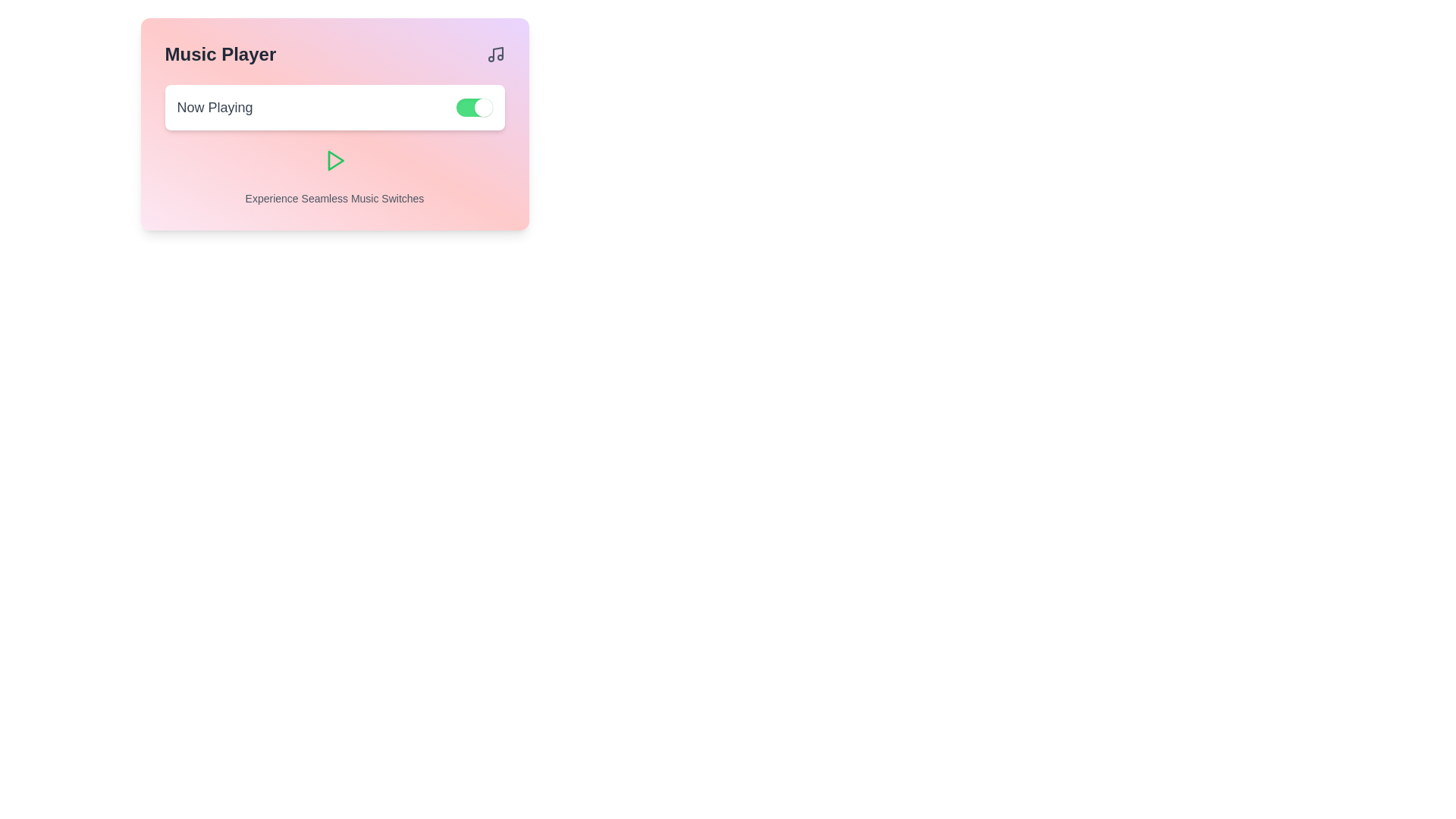  I want to click on the play button located at the center of the music player card, so click(334, 161).